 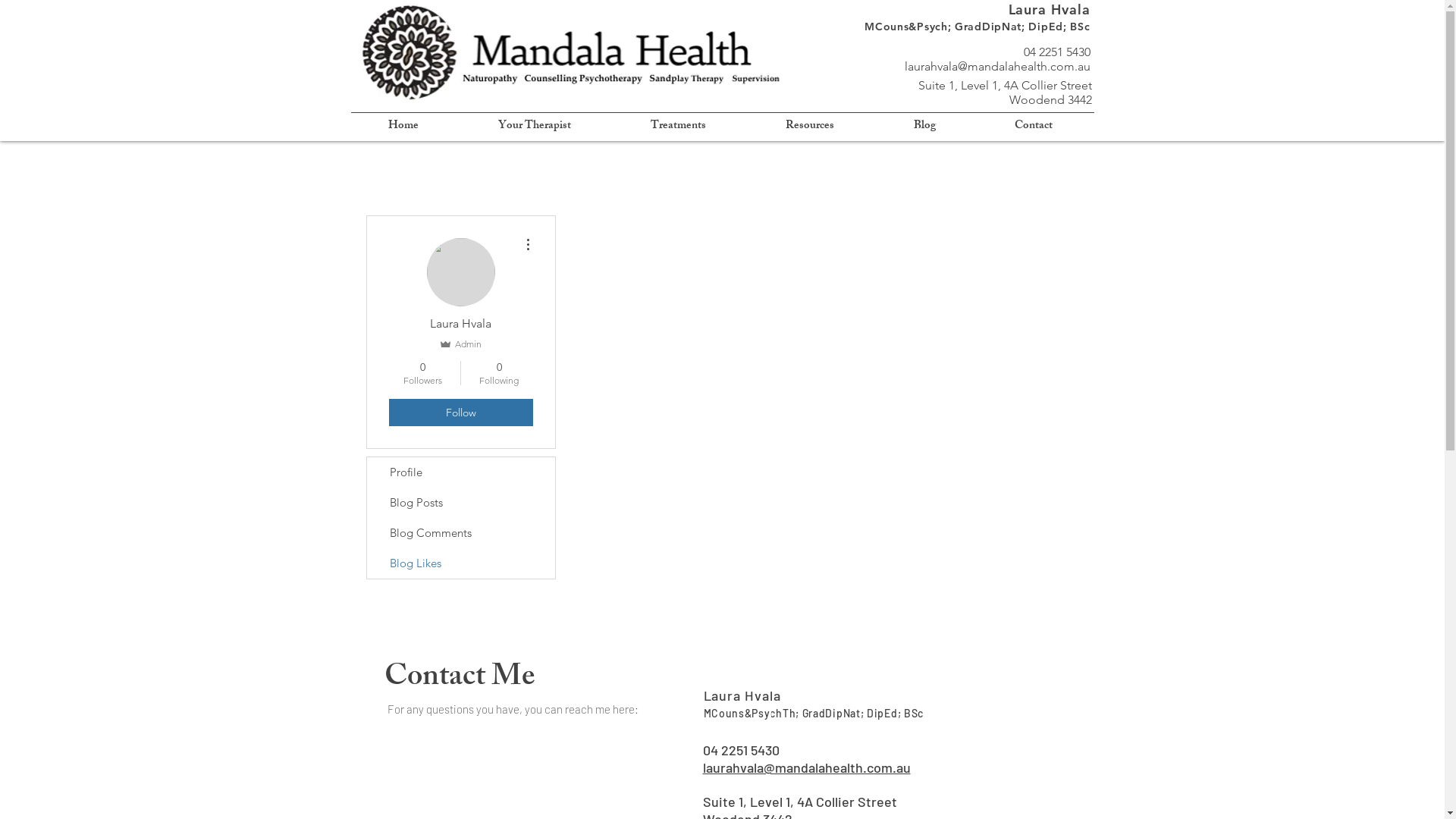 What do you see at coordinates (534, 125) in the screenshot?
I see `'Your Therapist'` at bounding box center [534, 125].